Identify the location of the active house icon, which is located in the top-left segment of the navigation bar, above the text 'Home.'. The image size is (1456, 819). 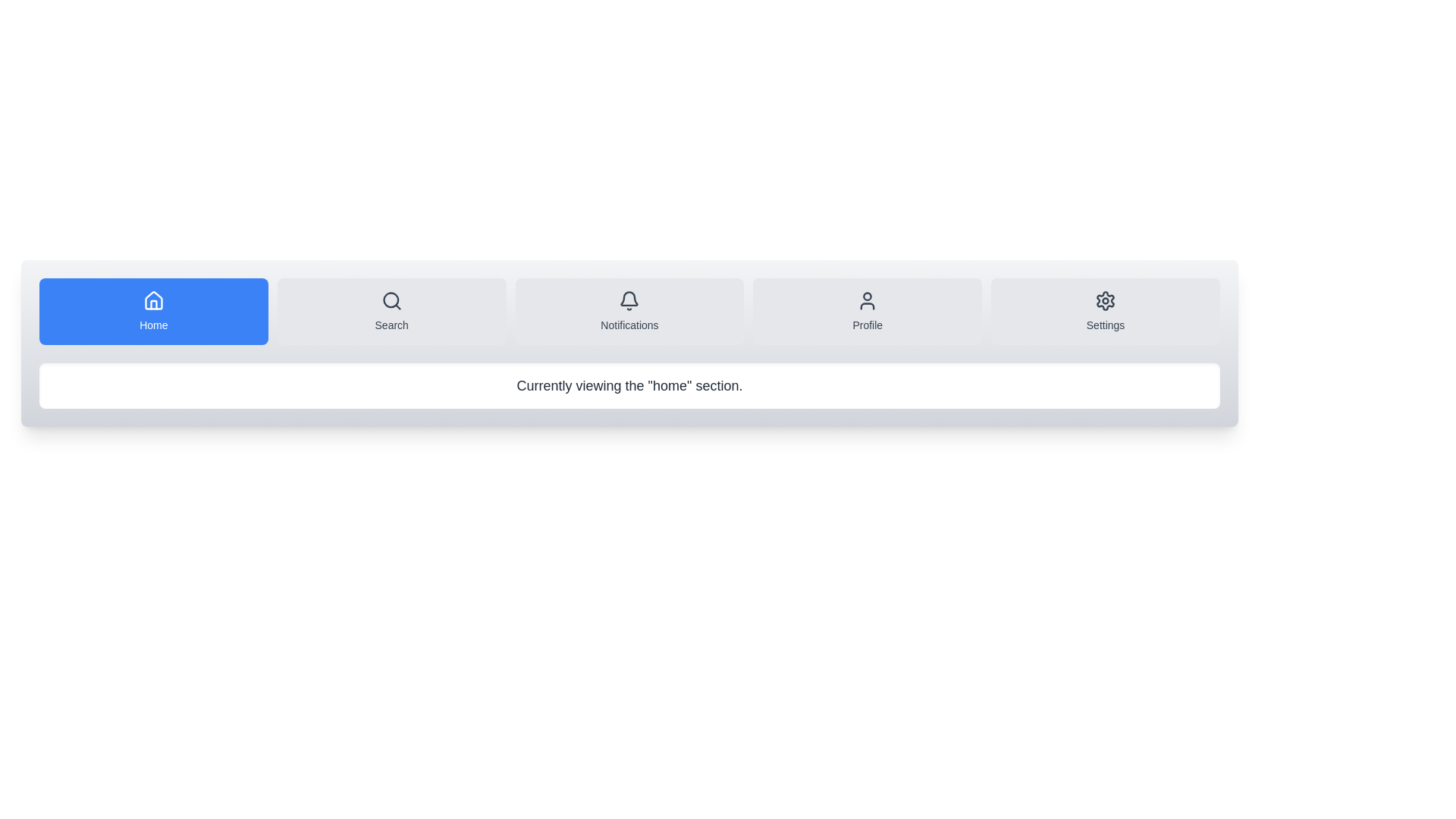
(153, 301).